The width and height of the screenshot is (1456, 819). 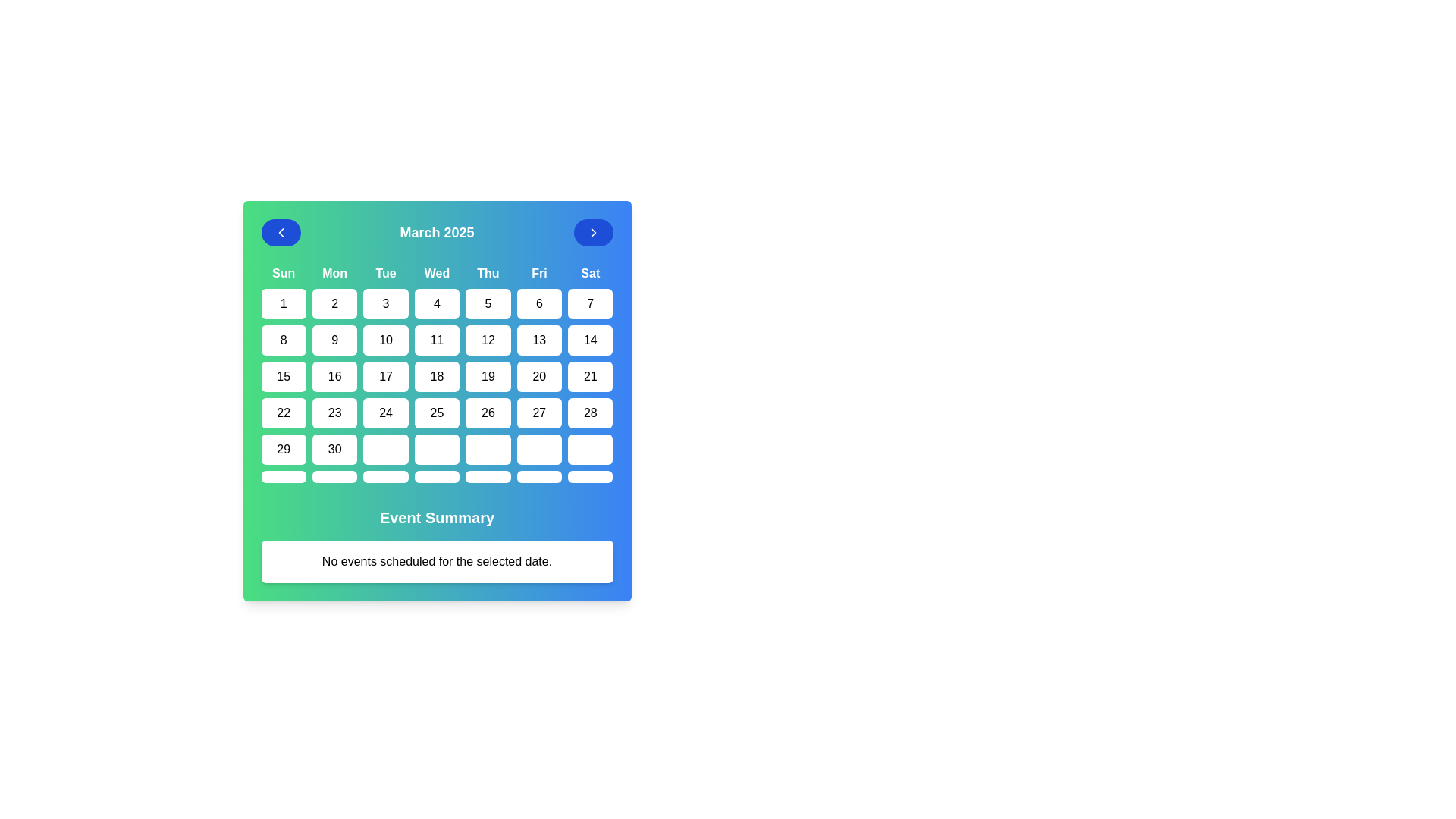 What do you see at coordinates (284, 449) in the screenshot?
I see `the calendar cell displaying the number '29'` at bounding box center [284, 449].